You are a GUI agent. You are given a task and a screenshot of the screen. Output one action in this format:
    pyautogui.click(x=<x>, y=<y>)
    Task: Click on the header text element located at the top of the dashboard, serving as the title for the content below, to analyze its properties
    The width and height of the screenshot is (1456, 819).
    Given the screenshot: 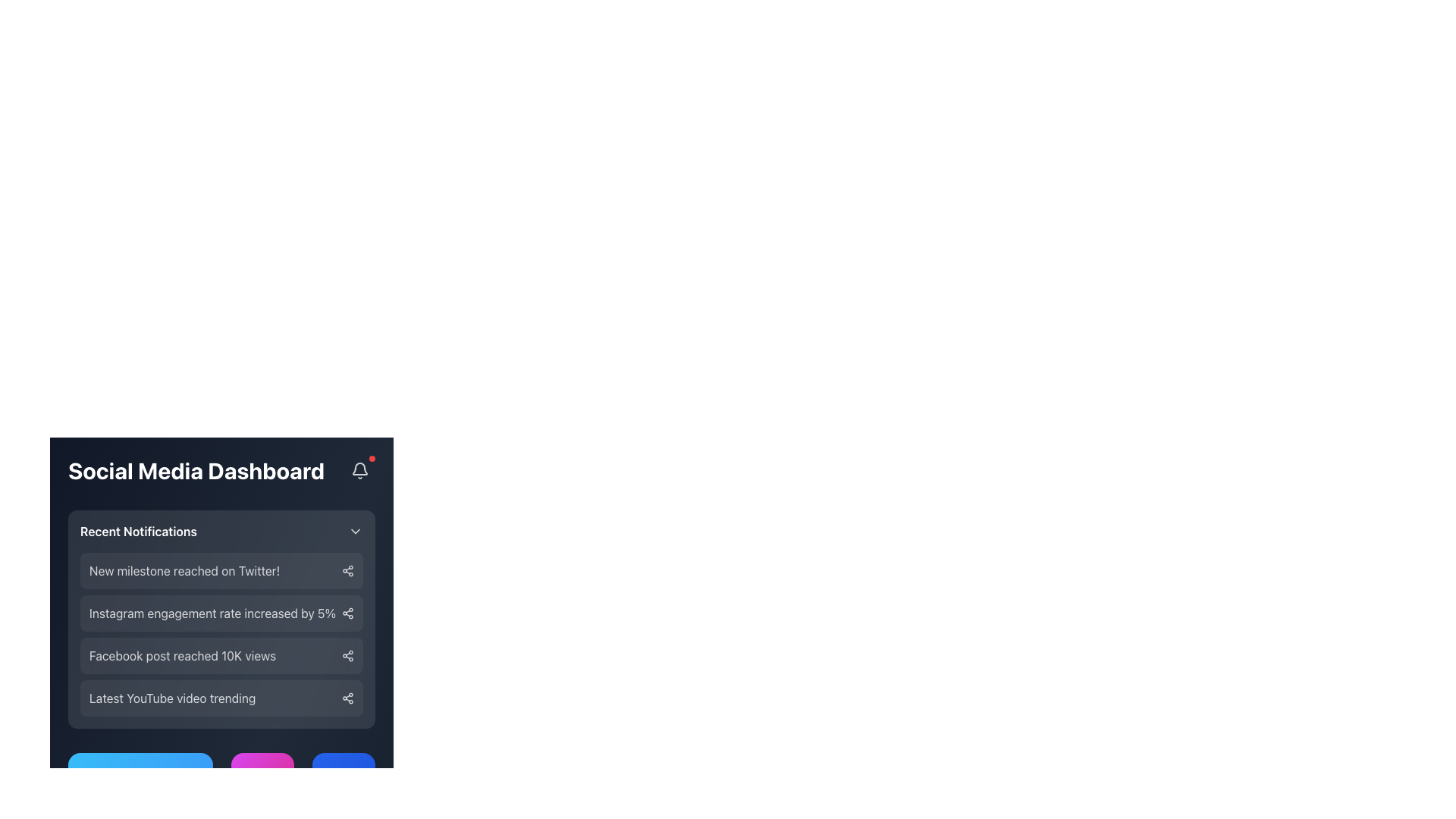 What is the action you would take?
    pyautogui.click(x=196, y=470)
    